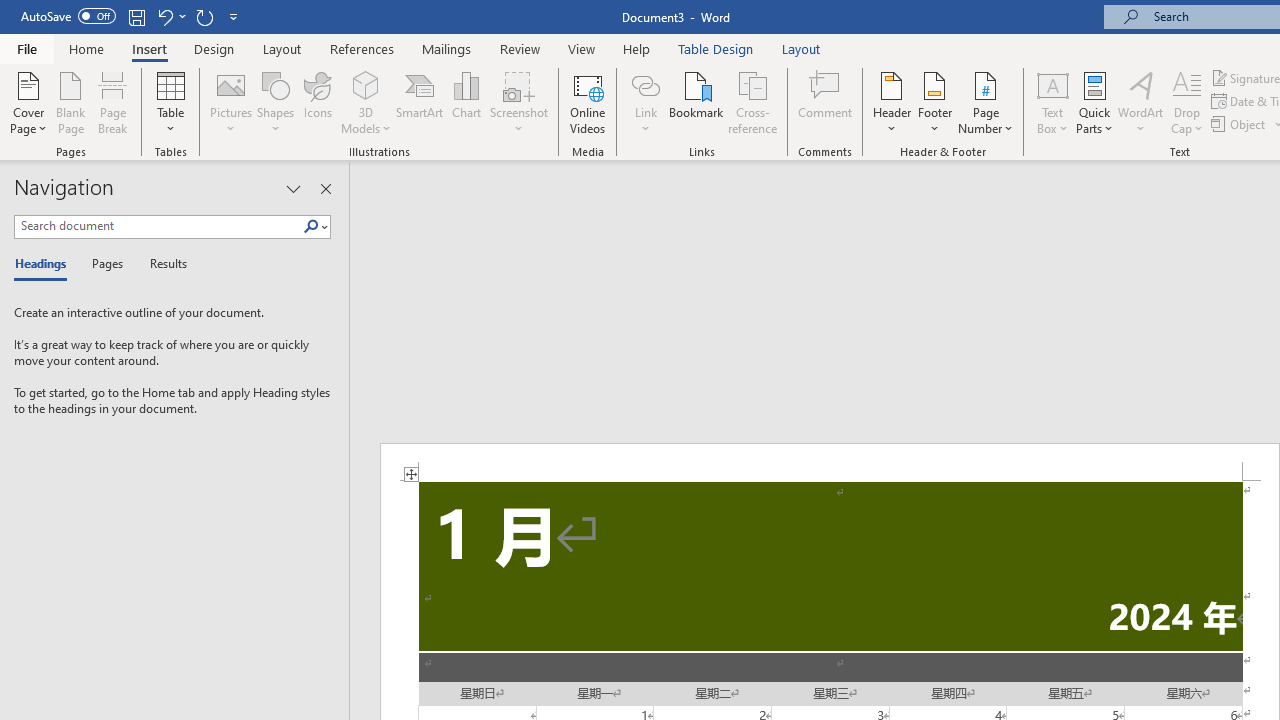  I want to click on 'Customize Quick Access Toolbar', so click(234, 16).